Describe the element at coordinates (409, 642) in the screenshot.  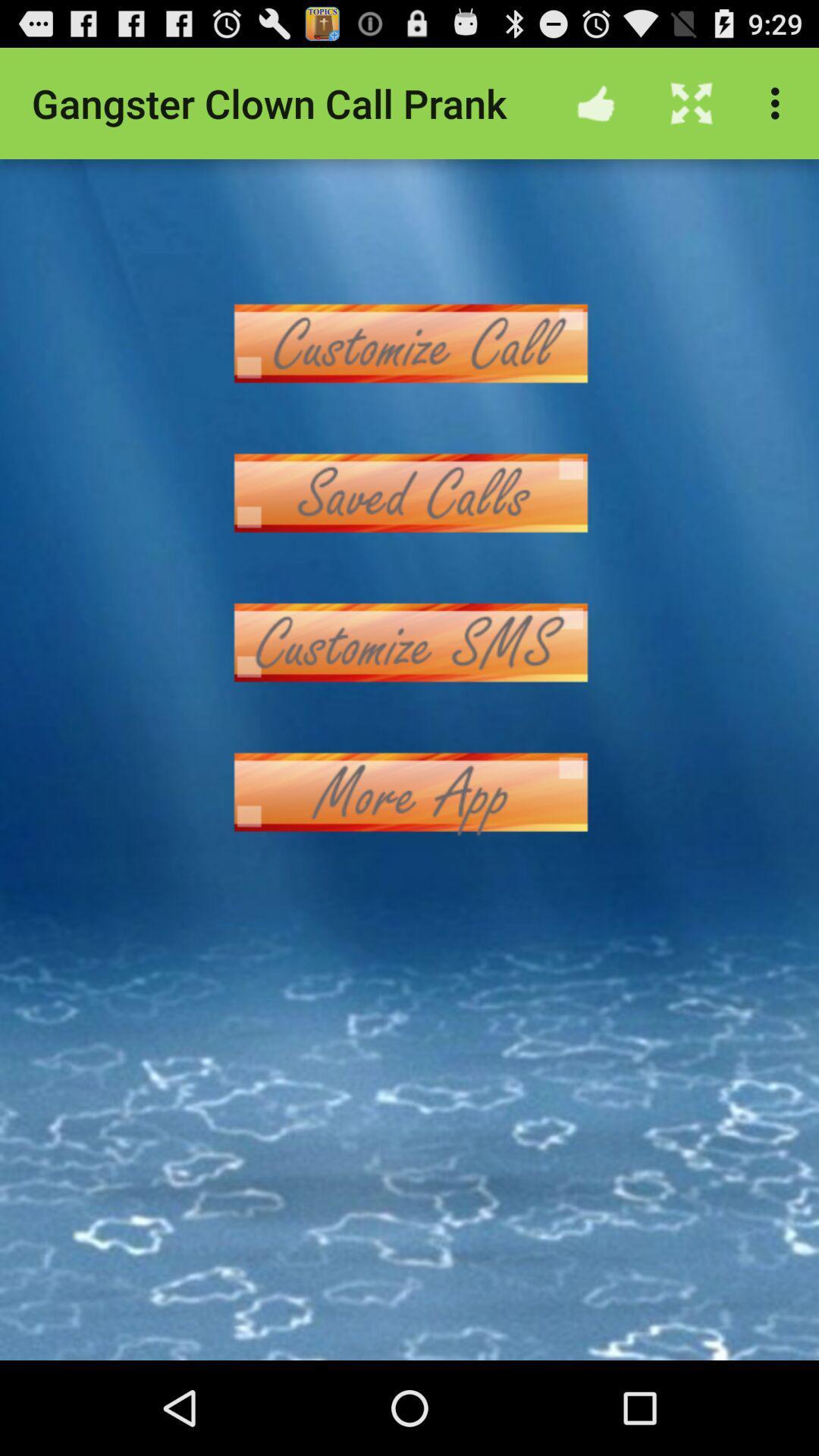
I see `customize sms button` at that location.